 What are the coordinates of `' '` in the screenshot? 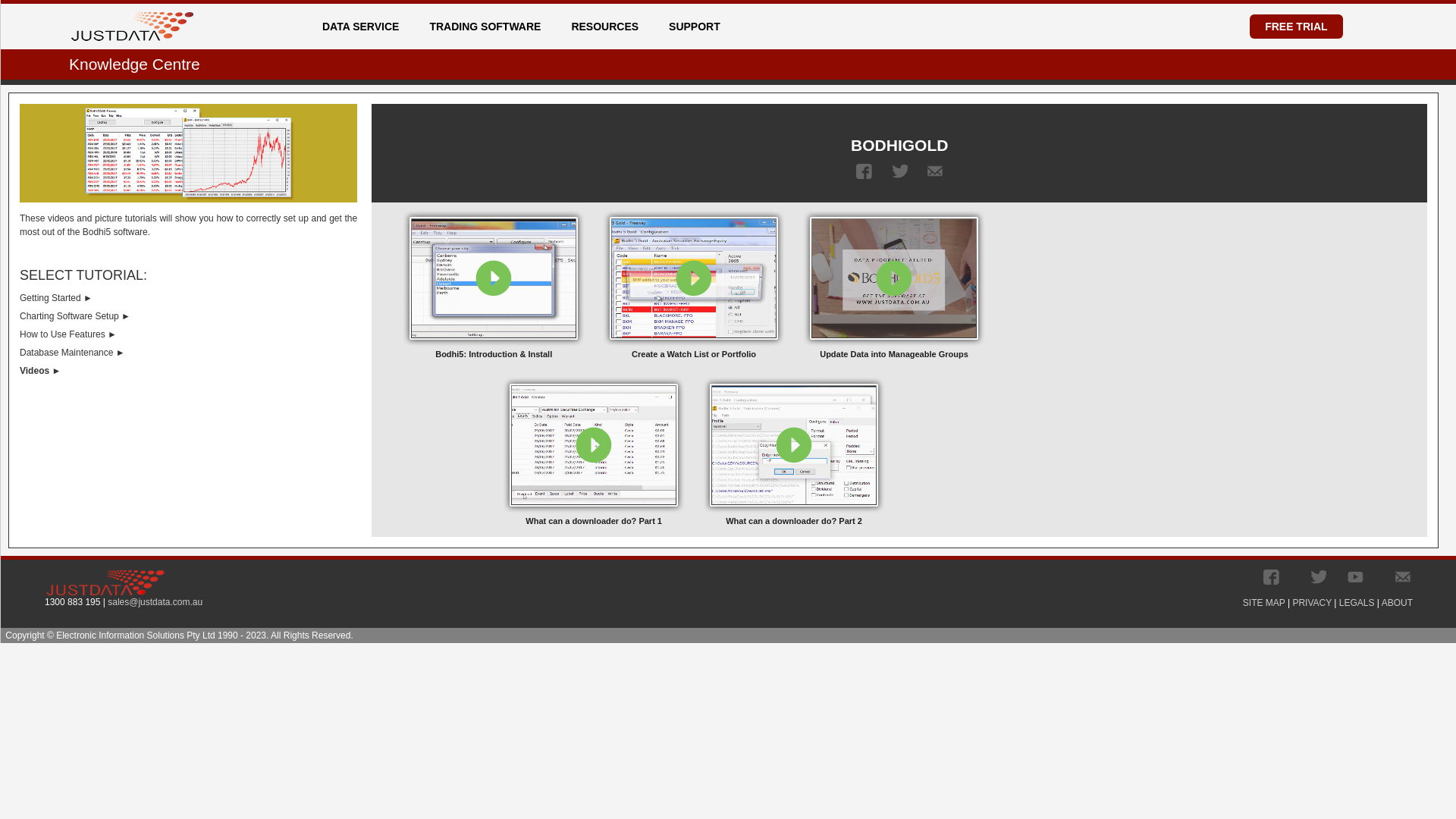 It's located at (1317, 576).